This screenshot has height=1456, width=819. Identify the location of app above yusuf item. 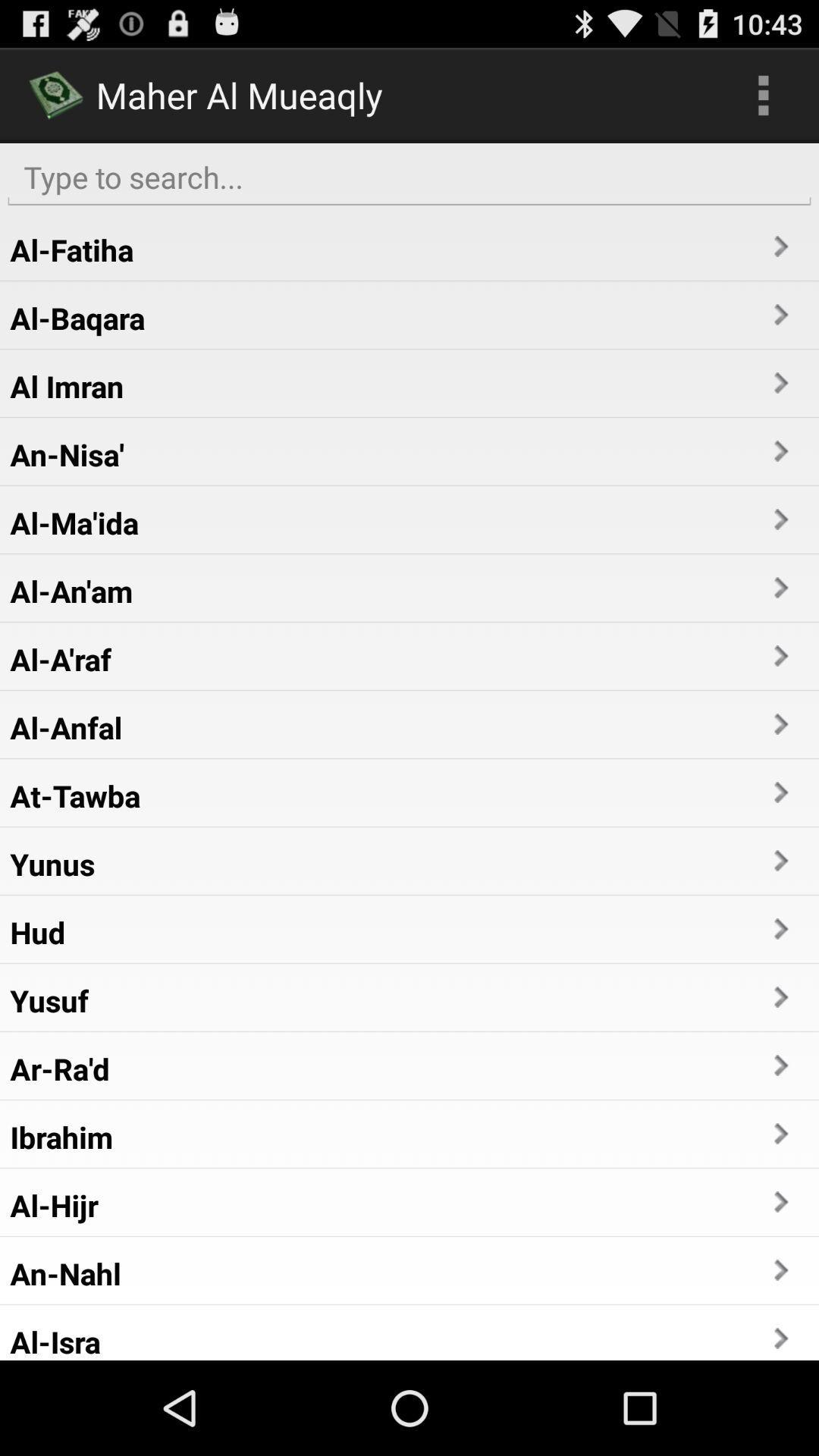
(36, 931).